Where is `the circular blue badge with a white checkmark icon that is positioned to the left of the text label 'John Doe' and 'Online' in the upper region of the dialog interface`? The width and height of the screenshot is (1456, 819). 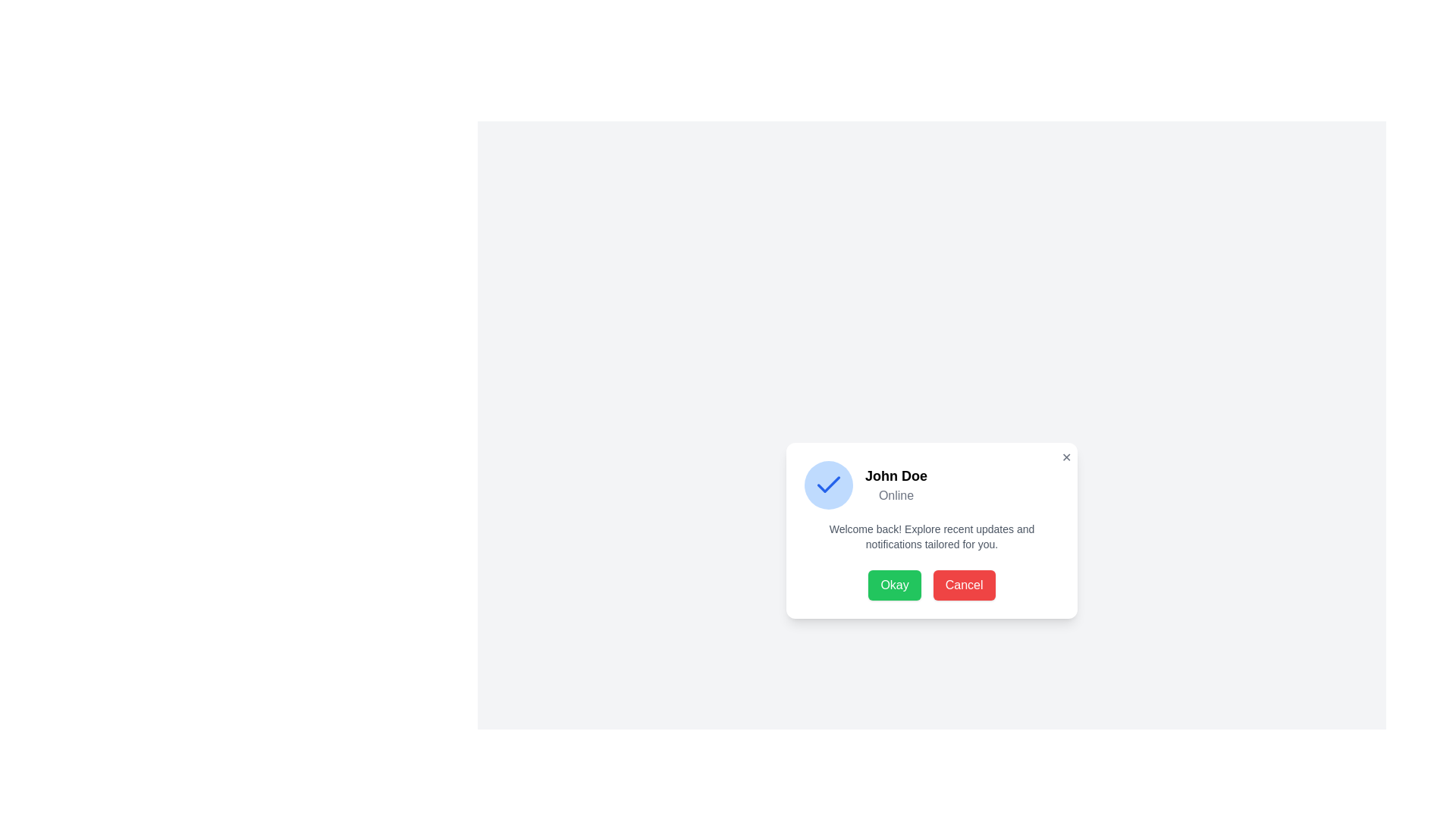
the circular blue badge with a white checkmark icon that is positioned to the left of the text label 'John Doe' and 'Online' in the upper region of the dialog interface is located at coordinates (828, 485).